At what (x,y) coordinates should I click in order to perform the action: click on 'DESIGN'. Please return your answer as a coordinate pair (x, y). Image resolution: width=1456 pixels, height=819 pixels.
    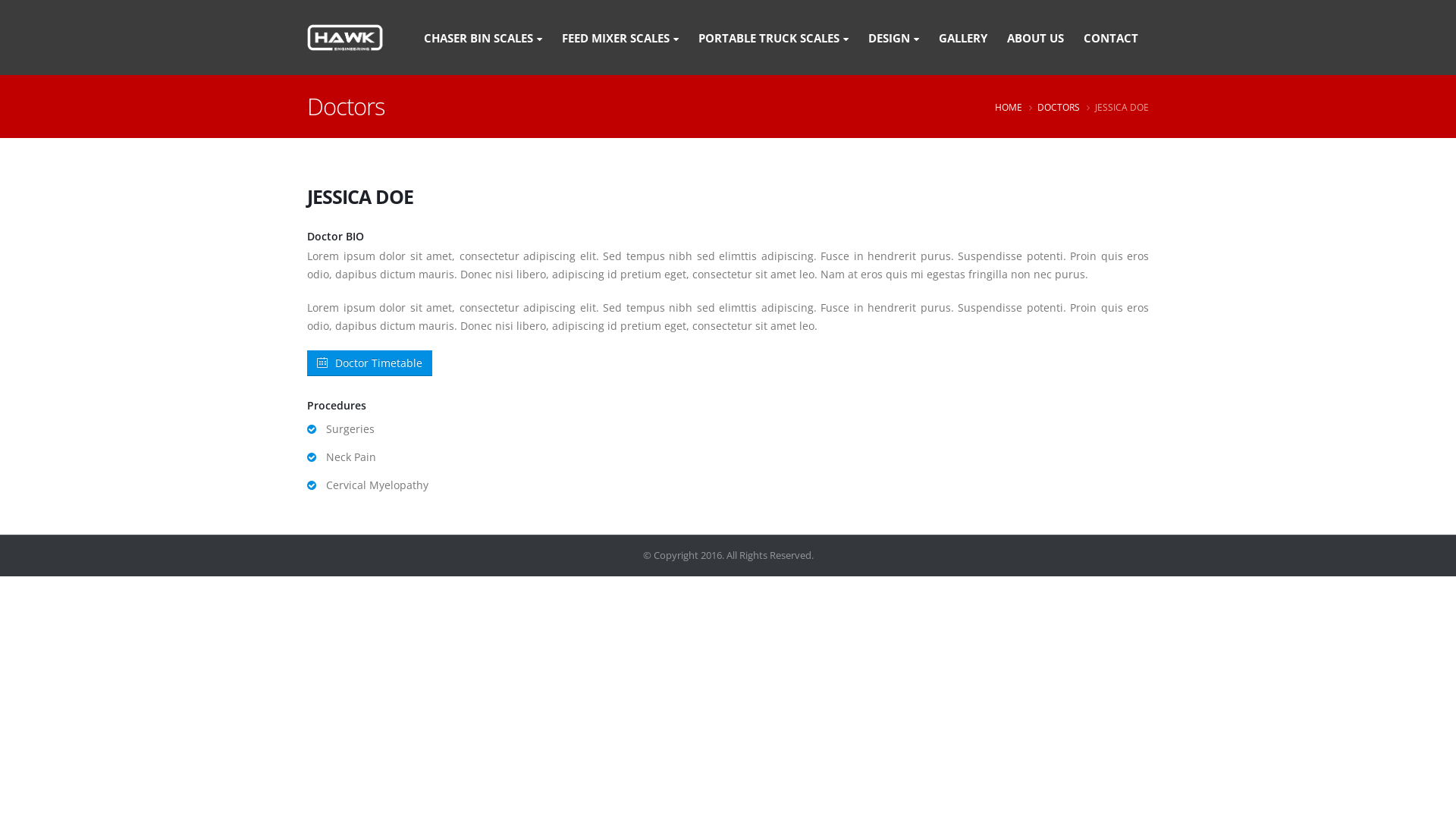
    Looking at the image, I should click on (893, 36).